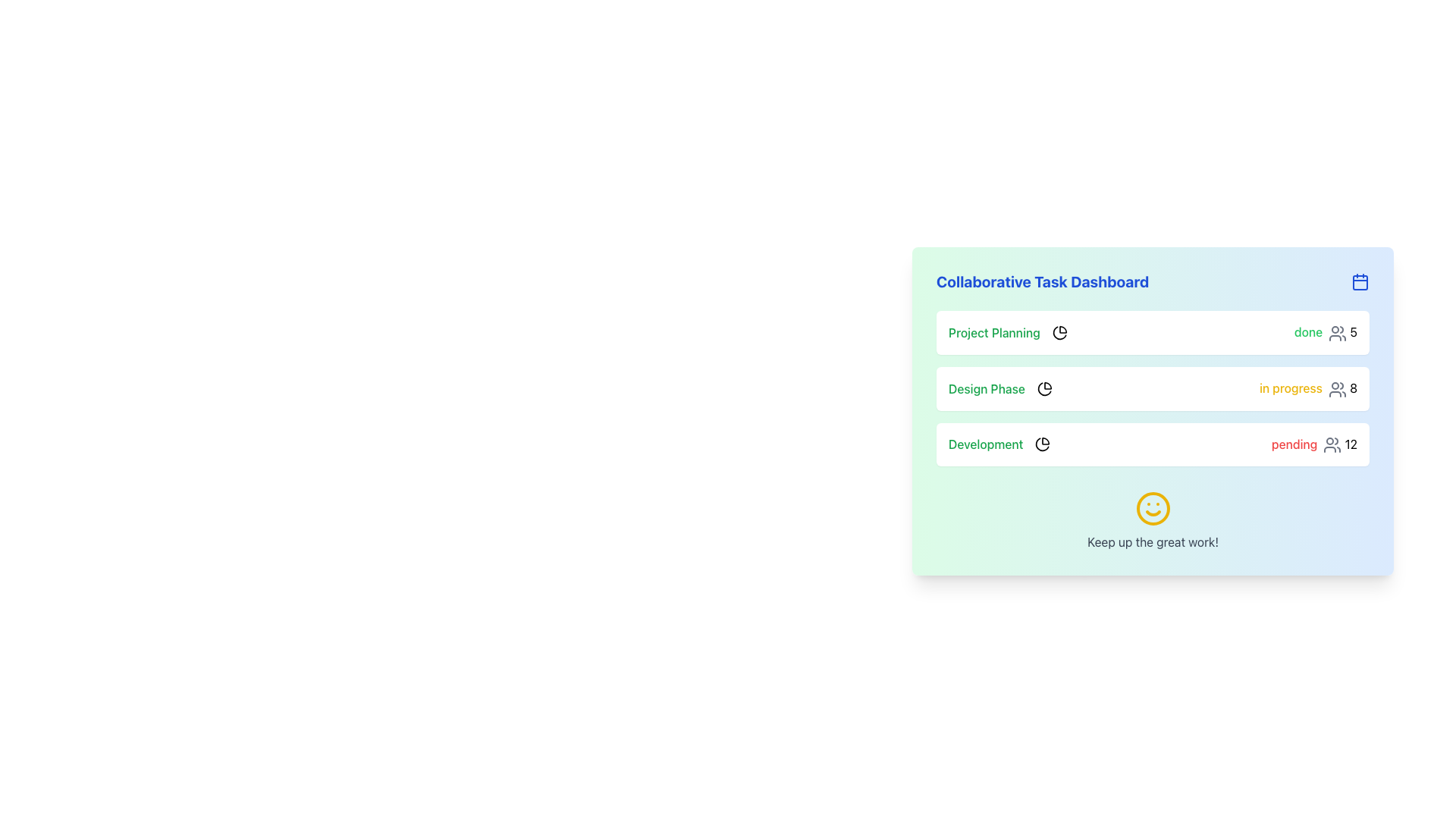  Describe the element at coordinates (1325, 331) in the screenshot. I see `the user icon adjacent to the text 'done 5' on the right-hand side of the 'Project Planning' row in the dashboard panel` at that location.